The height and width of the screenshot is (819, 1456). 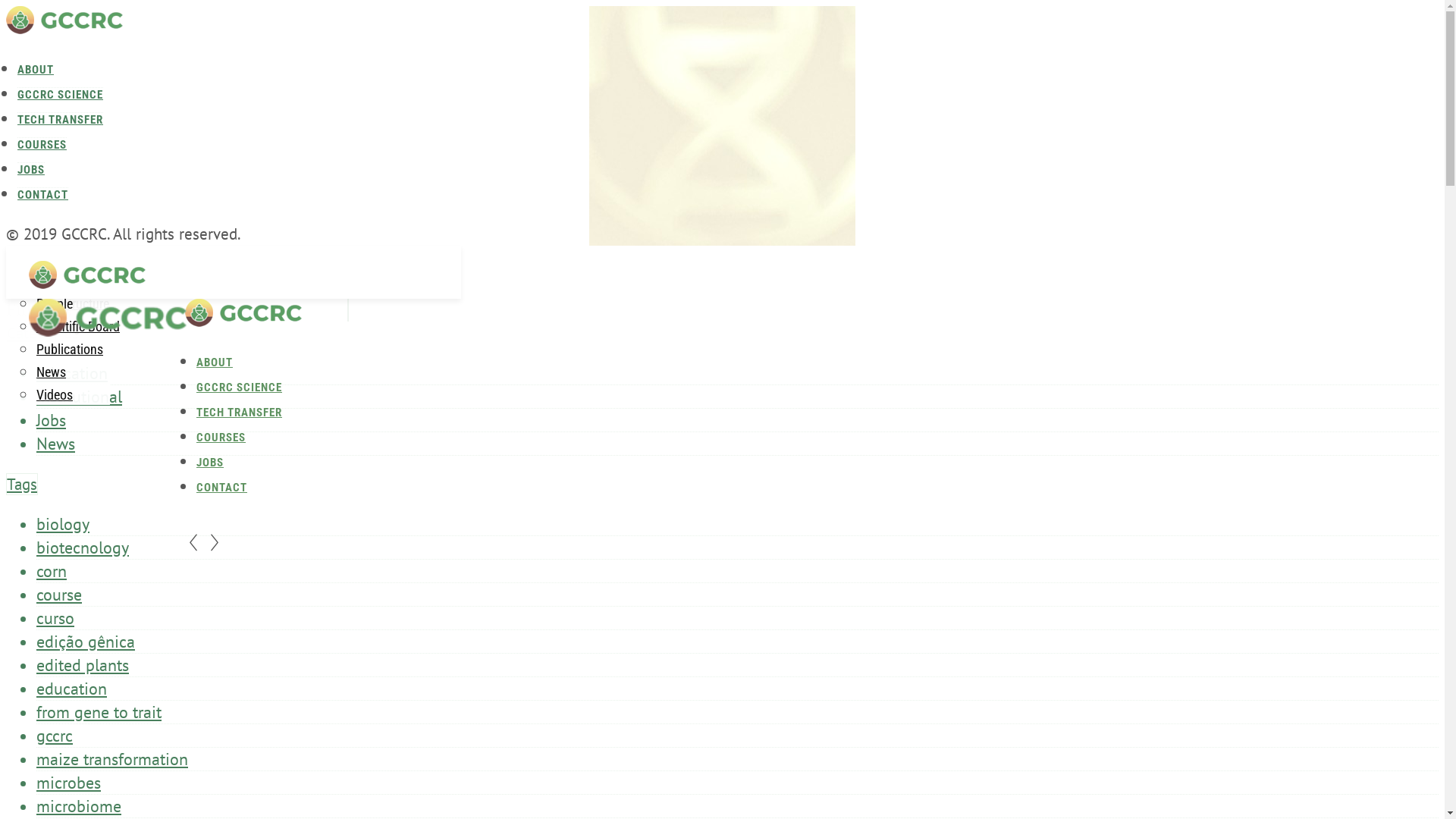 What do you see at coordinates (36, 593) in the screenshot?
I see `'course'` at bounding box center [36, 593].